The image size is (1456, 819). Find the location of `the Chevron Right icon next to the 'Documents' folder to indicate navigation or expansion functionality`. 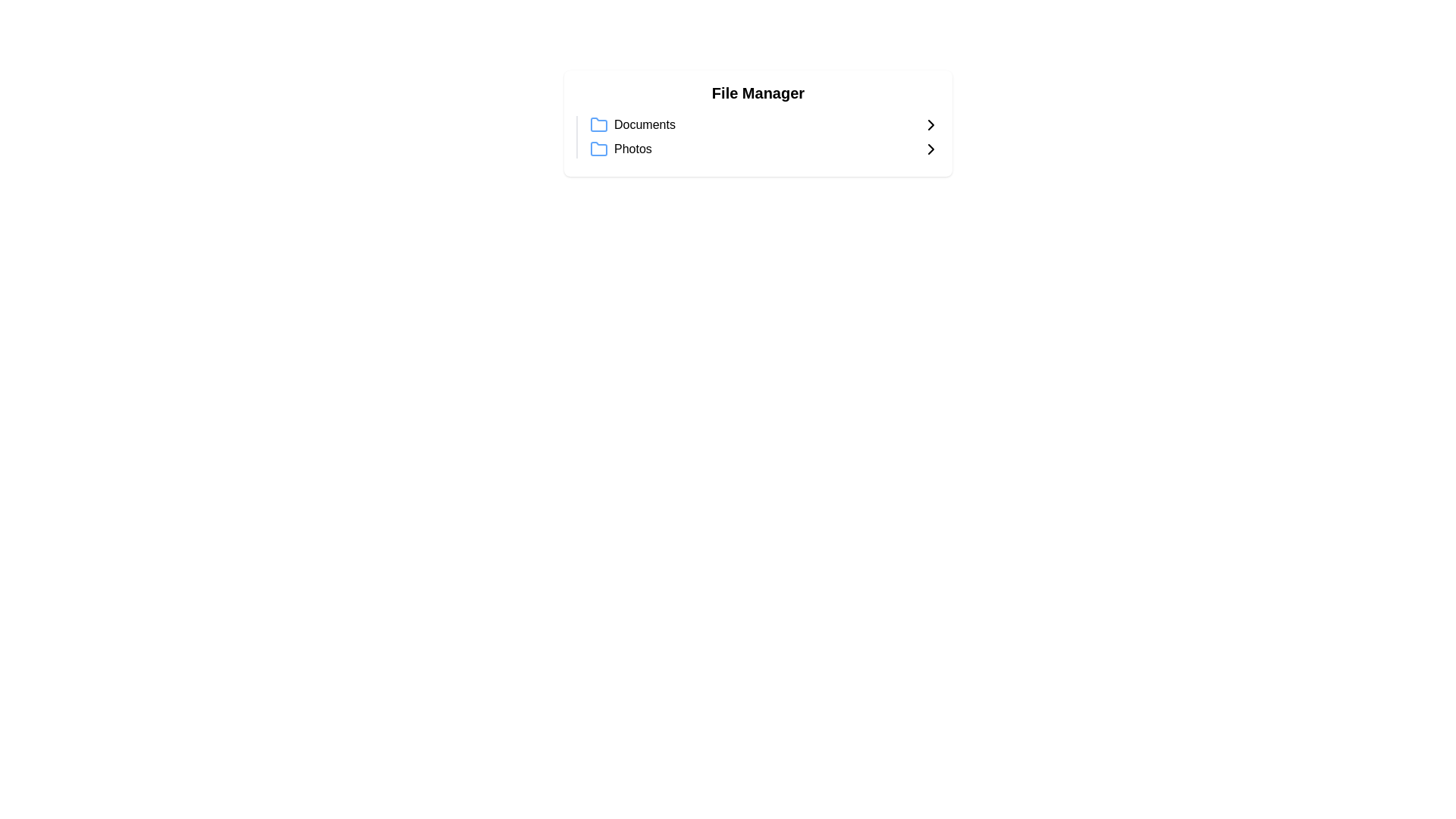

the Chevron Right icon next to the 'Documents' folder to indicate navigation or expansion functionality is located at coordinates (930, 124).